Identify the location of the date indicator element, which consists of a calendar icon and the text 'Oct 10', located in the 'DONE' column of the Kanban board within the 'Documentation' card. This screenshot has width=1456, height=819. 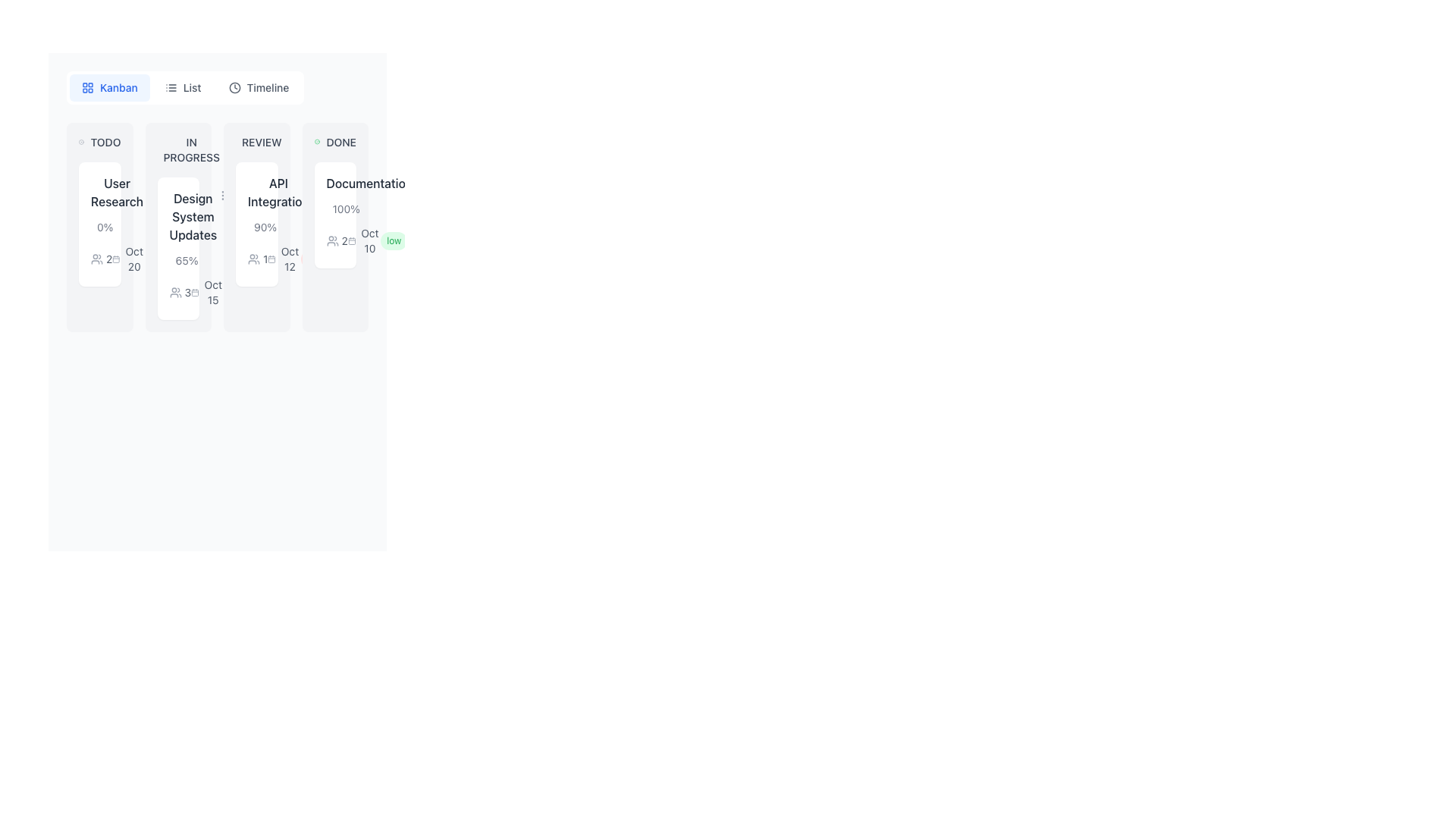
(364, 240).